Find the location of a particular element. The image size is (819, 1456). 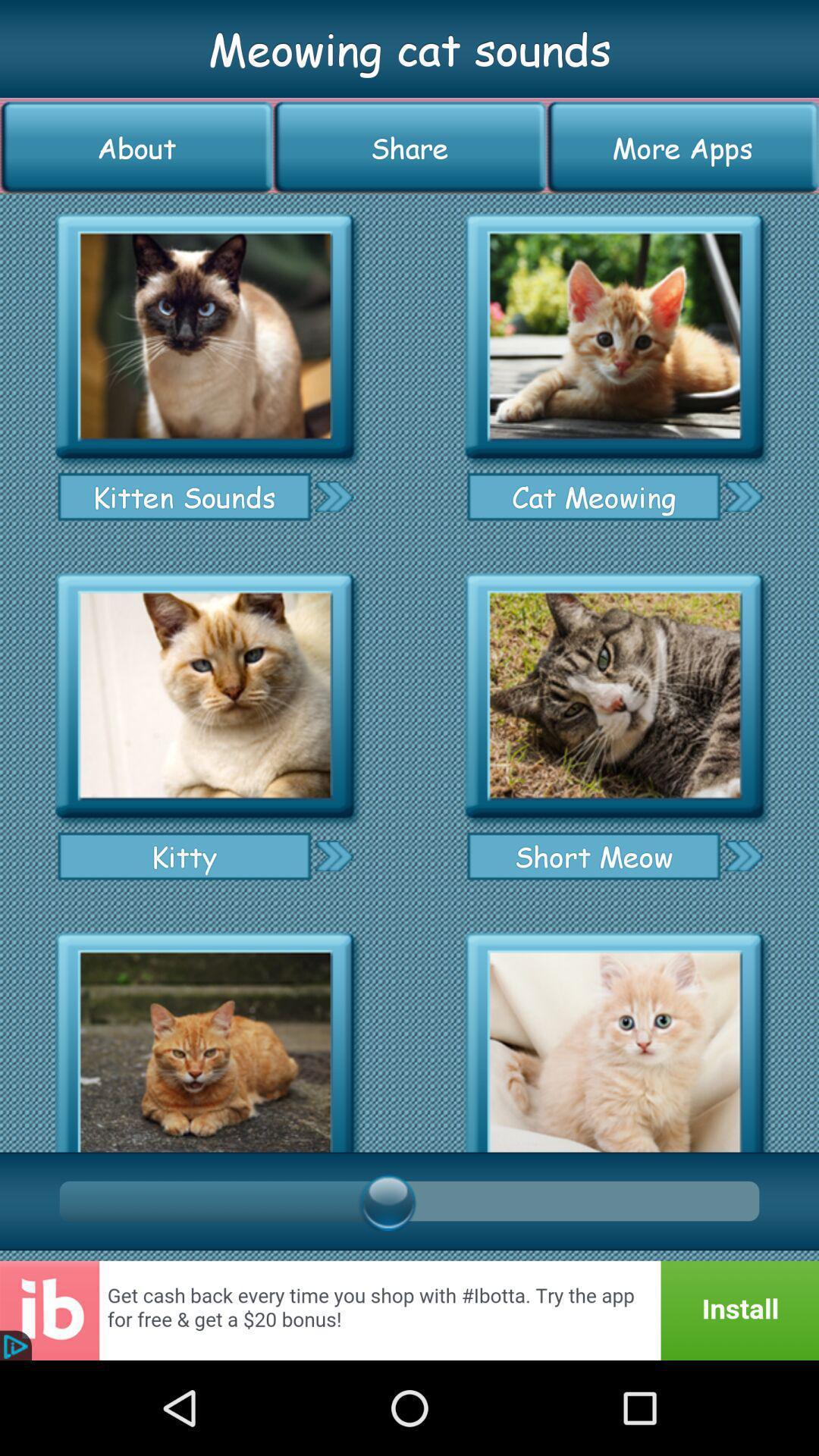

the button to the right of the share icon is located at coordinates (682, 147).